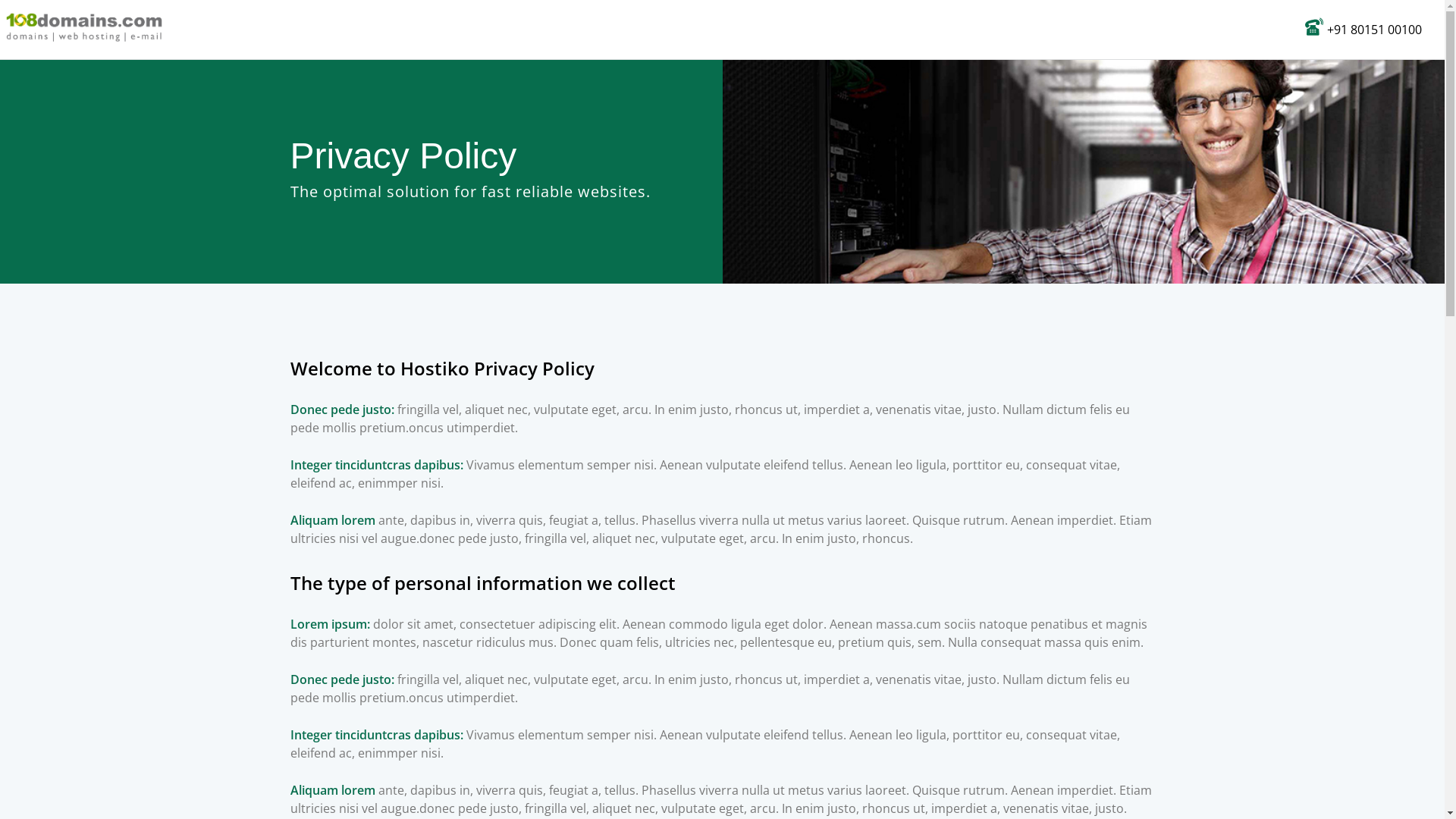 The height and width of the screenshot is (819, 1456). What do you see at coordinates (1313, 26) in the screenshot?
I see `'greenphoneicon'` at bounding box center [1313, 26].